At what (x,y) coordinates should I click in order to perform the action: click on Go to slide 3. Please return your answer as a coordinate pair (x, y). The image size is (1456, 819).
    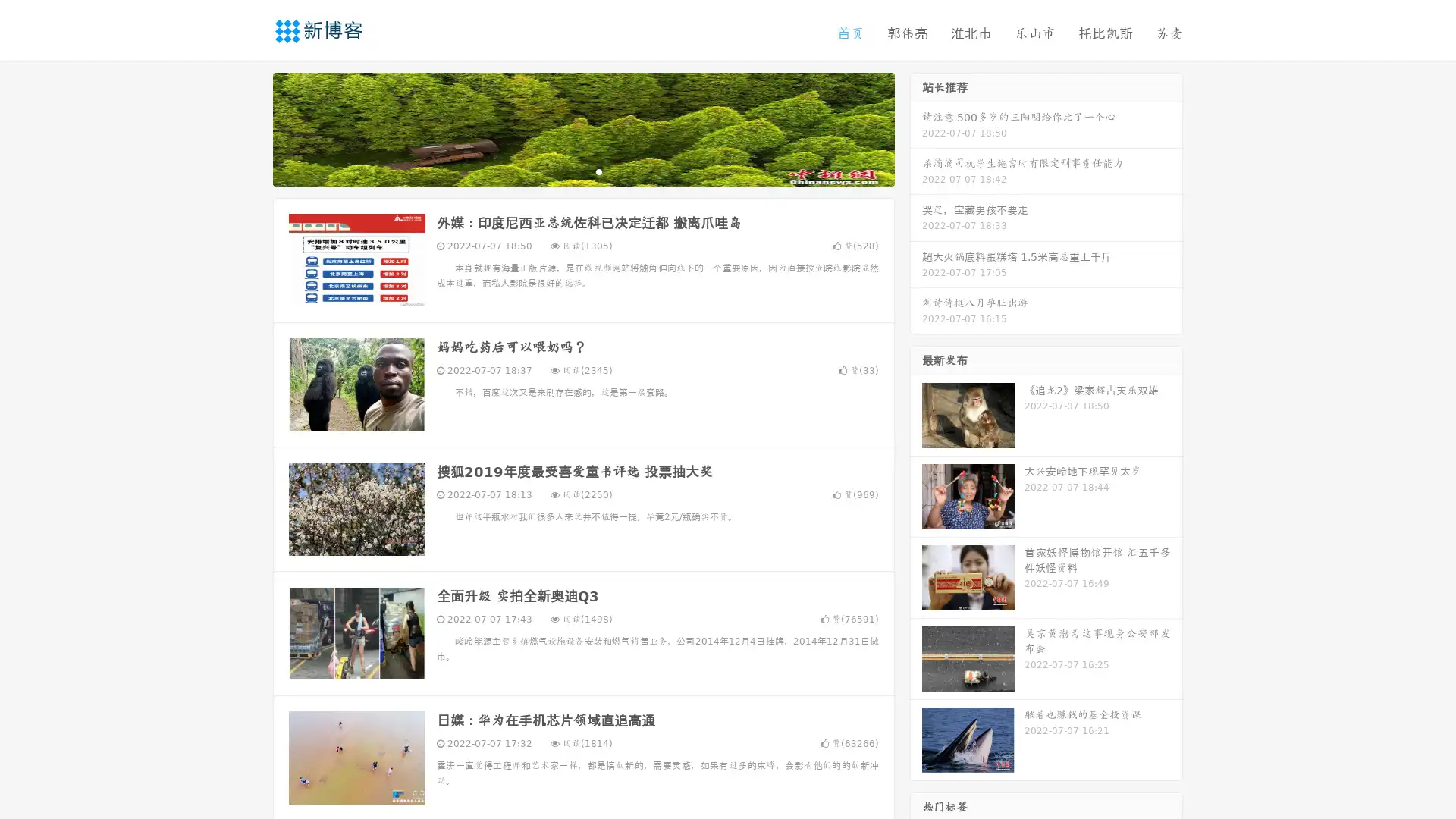
    Looking at the image, I should click on (598, 171).